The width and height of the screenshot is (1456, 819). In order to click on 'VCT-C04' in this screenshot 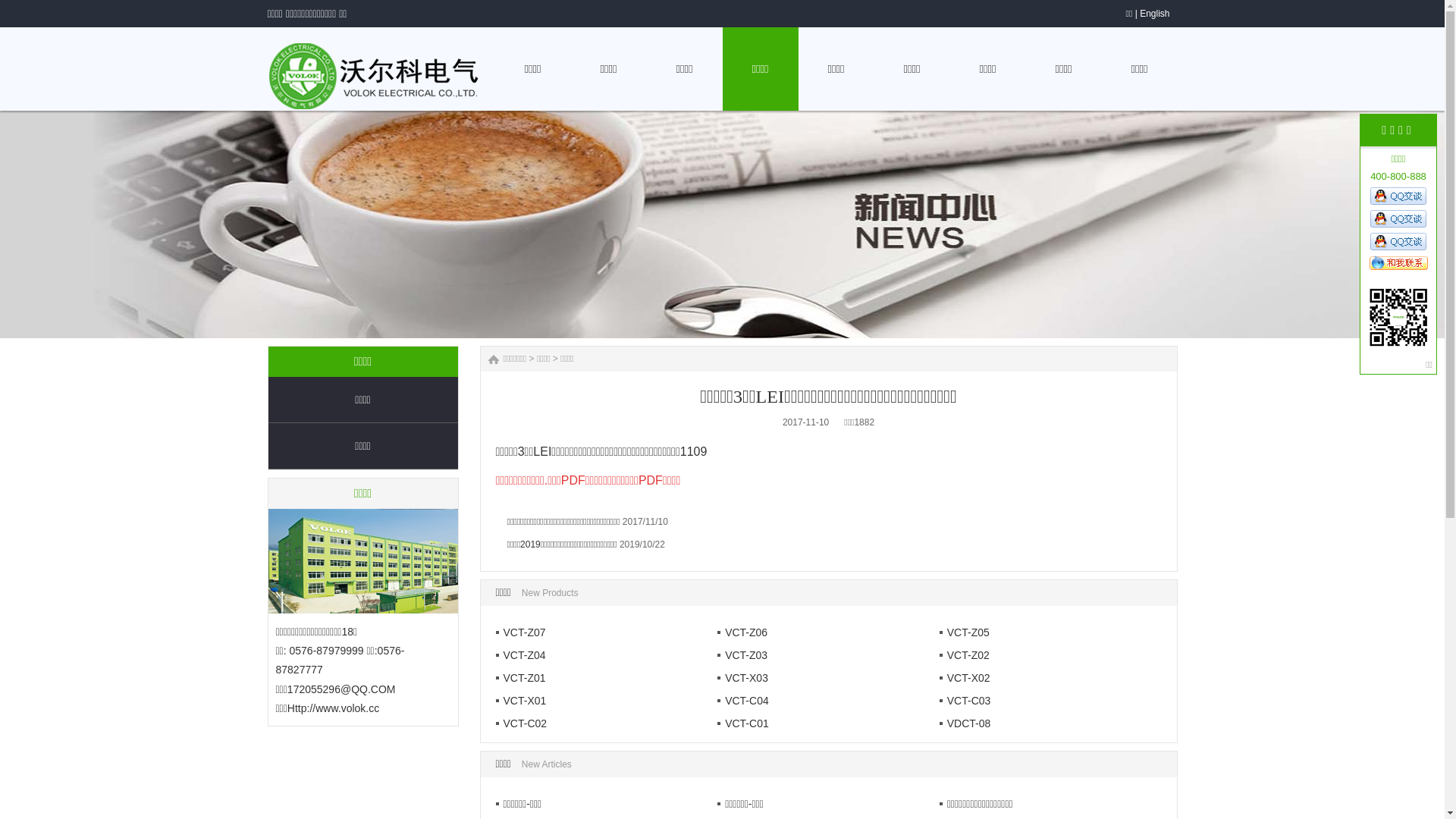, I will do `click(742, 701)`.